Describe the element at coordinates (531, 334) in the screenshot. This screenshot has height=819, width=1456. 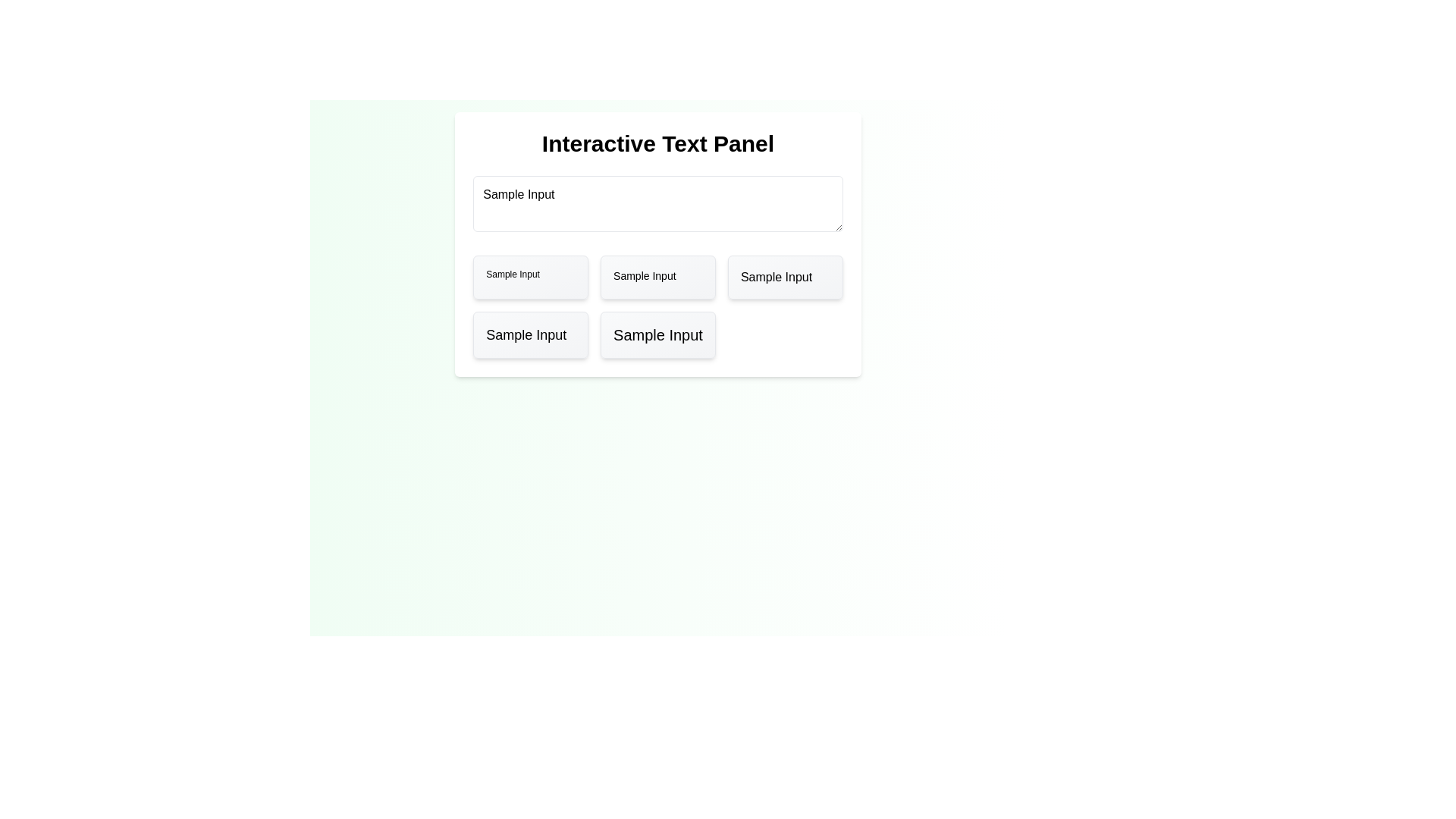
I see `the Text Label or Card Component displaying 'Sample Input', which is located in the bottom-left portion of the grid layout` at that location.